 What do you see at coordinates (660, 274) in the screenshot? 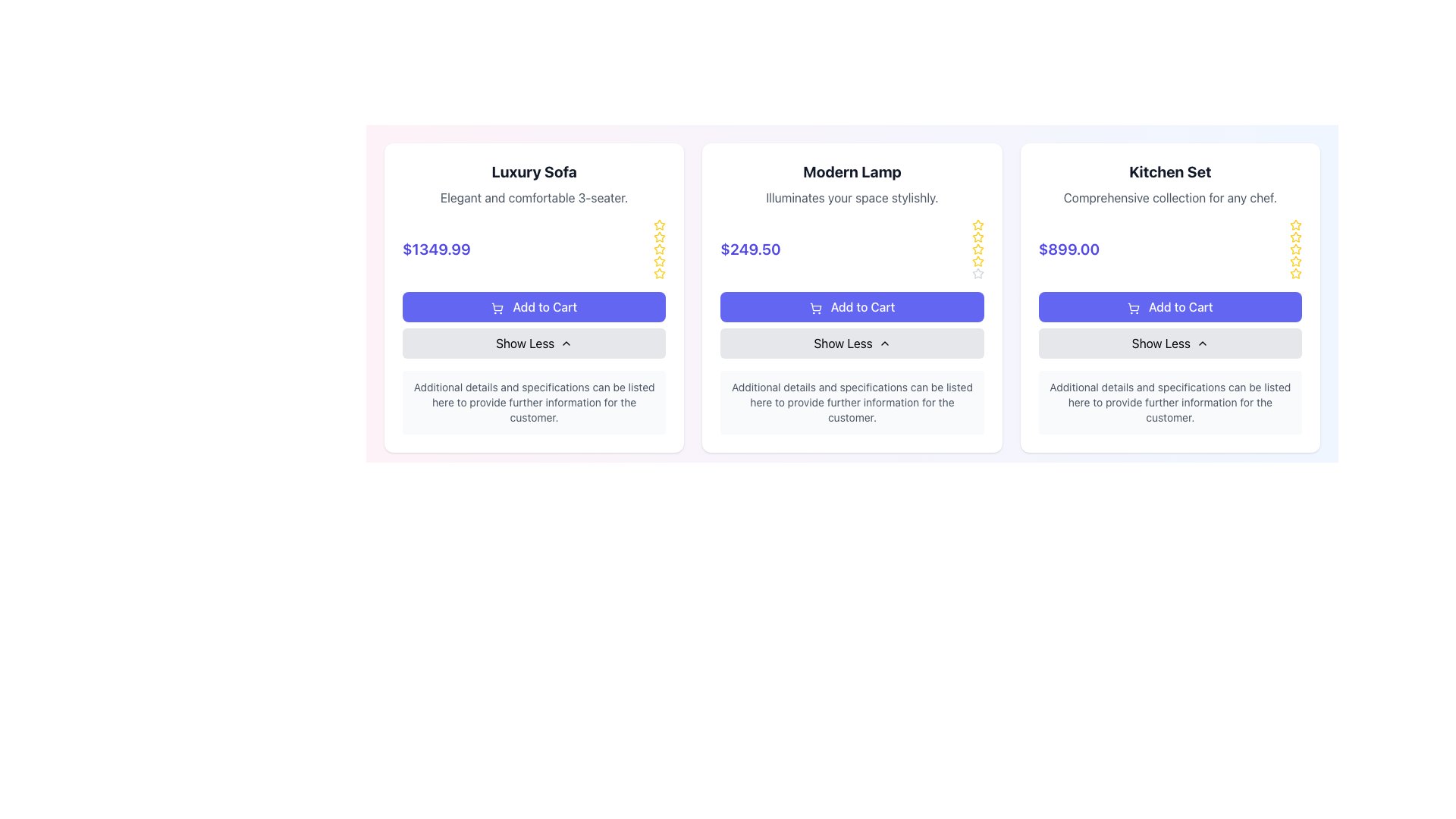
I see `the fifth star icon in the rating system of the 'Luxury Sofa' product card, which represents a 5-star rating` at bounding box center [660, 274].